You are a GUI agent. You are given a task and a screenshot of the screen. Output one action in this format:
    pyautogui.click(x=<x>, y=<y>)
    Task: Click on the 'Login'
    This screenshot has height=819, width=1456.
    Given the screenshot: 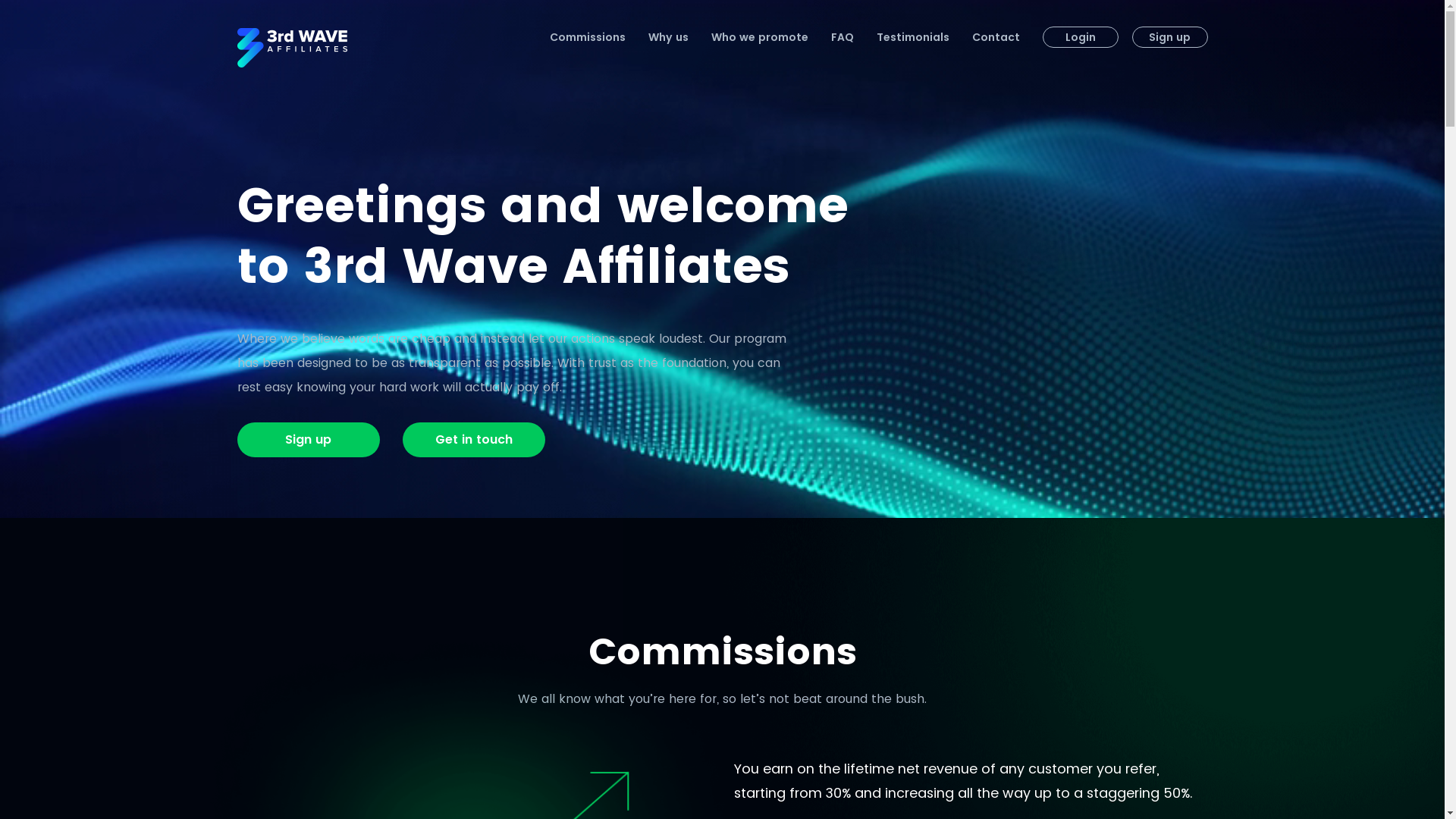 What is the action you would take?
    pyautogui.click(x=1079, y=36)
    